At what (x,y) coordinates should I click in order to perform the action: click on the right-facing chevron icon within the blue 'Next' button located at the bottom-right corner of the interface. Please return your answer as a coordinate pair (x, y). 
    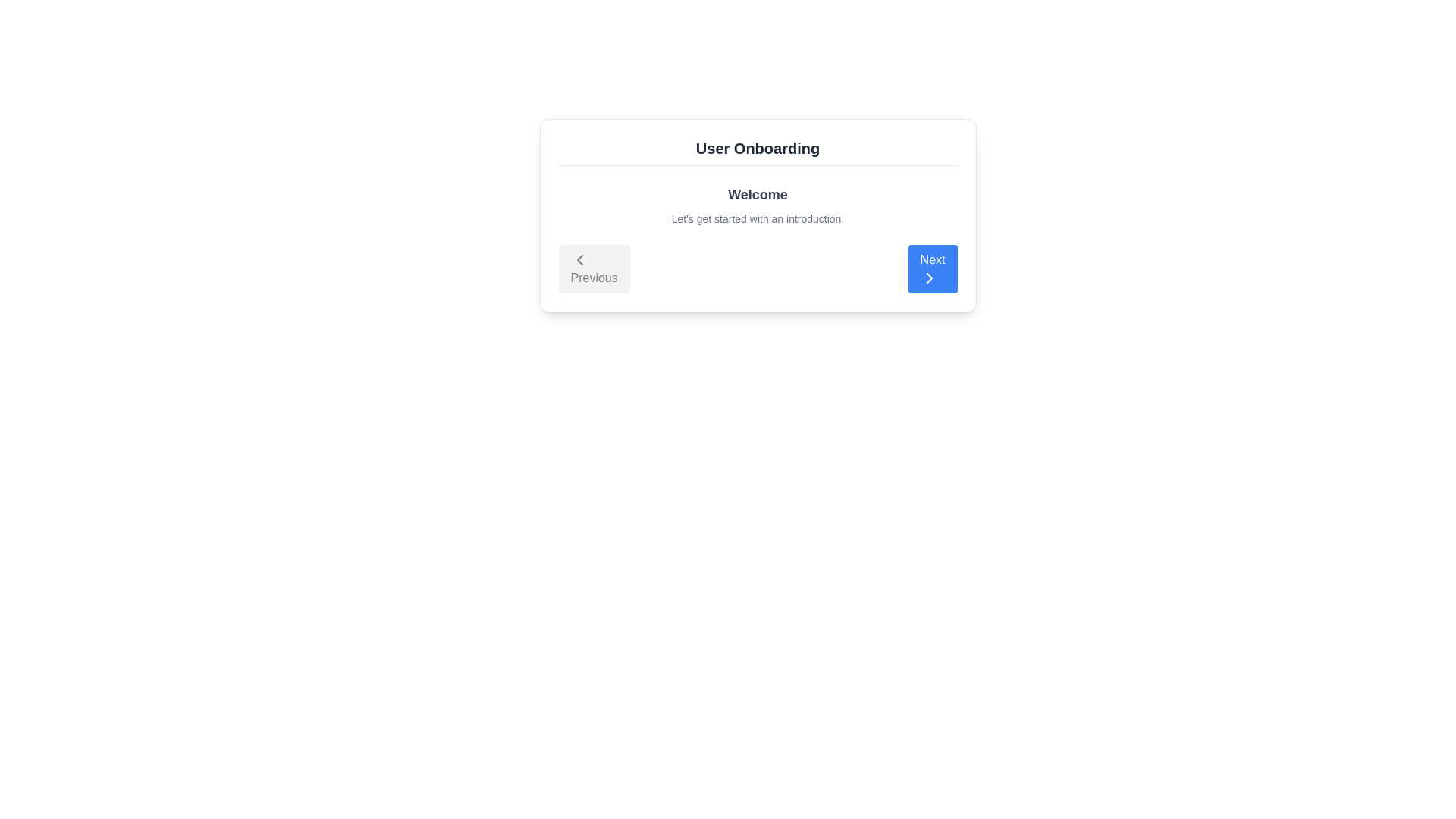
    Looking at the image, I should click on (928, 278).